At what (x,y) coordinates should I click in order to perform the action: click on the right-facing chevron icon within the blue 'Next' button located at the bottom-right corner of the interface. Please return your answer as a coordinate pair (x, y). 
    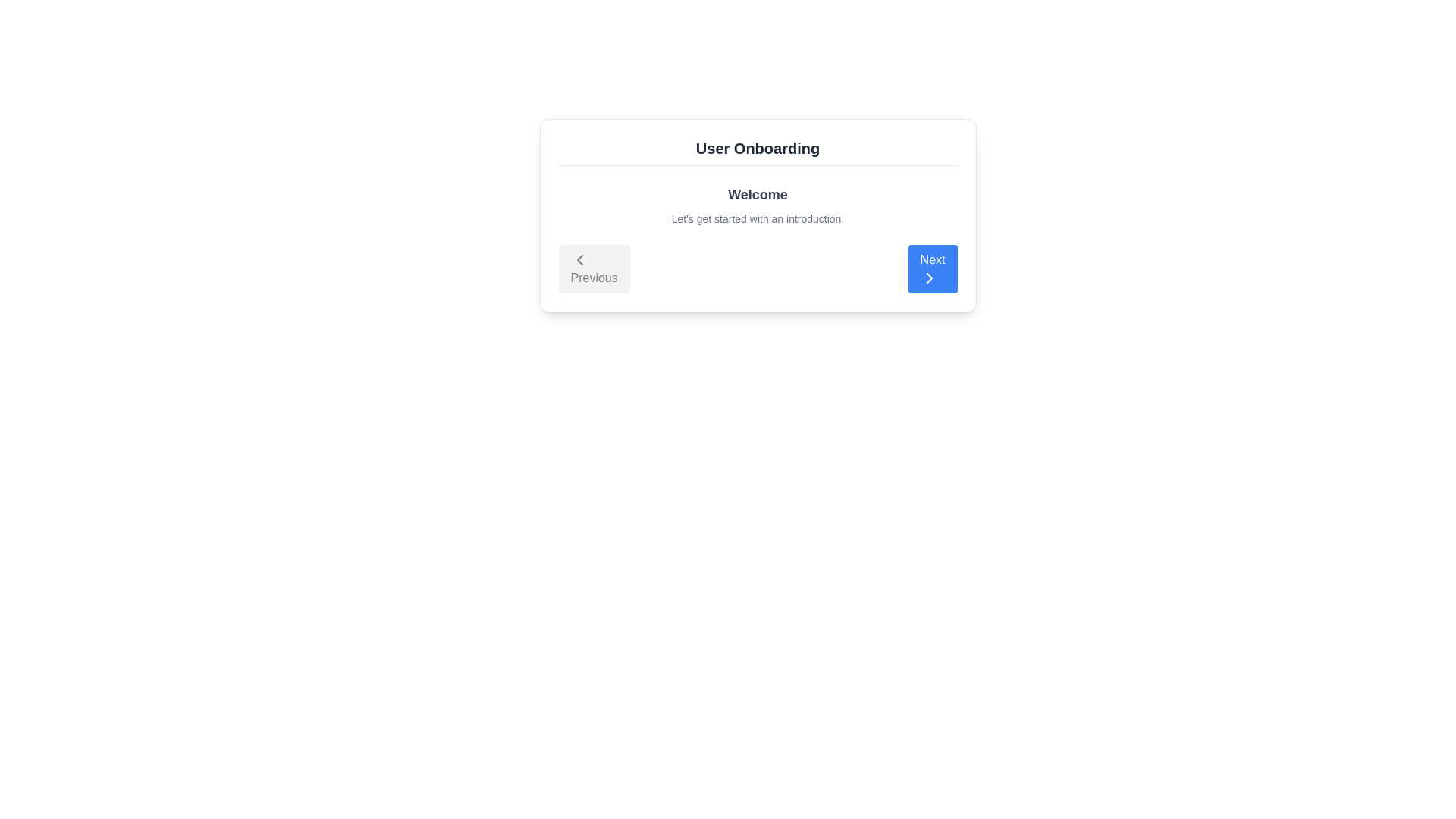
    Looking at the image, I should click on (928, 278).